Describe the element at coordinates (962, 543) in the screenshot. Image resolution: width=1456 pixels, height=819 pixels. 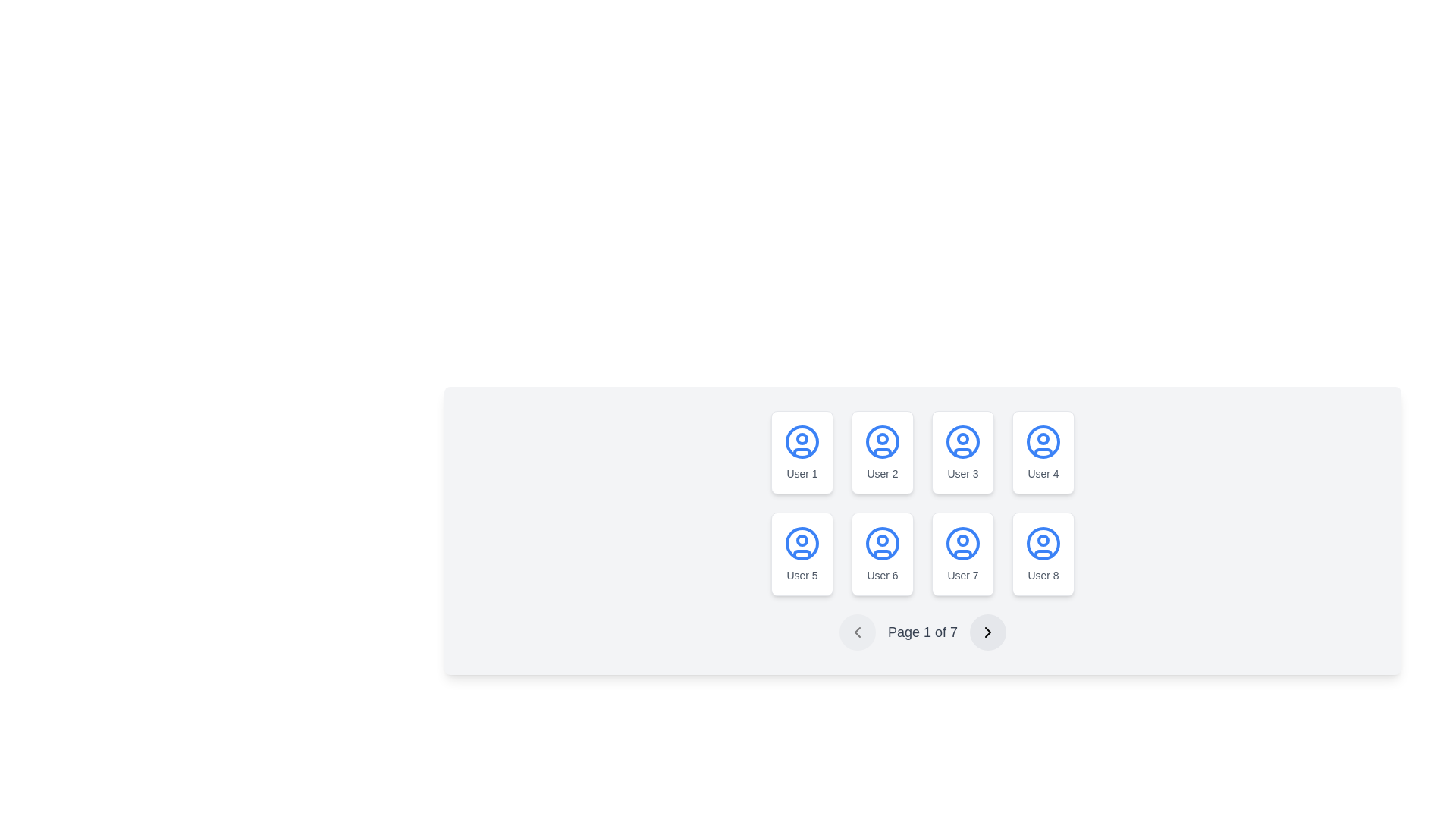
I see `the SVG Circle Graphic that is part of the 'User 7' profile icon, which has a blue border and white background, located in the second row, third column of the user grid` at that location.